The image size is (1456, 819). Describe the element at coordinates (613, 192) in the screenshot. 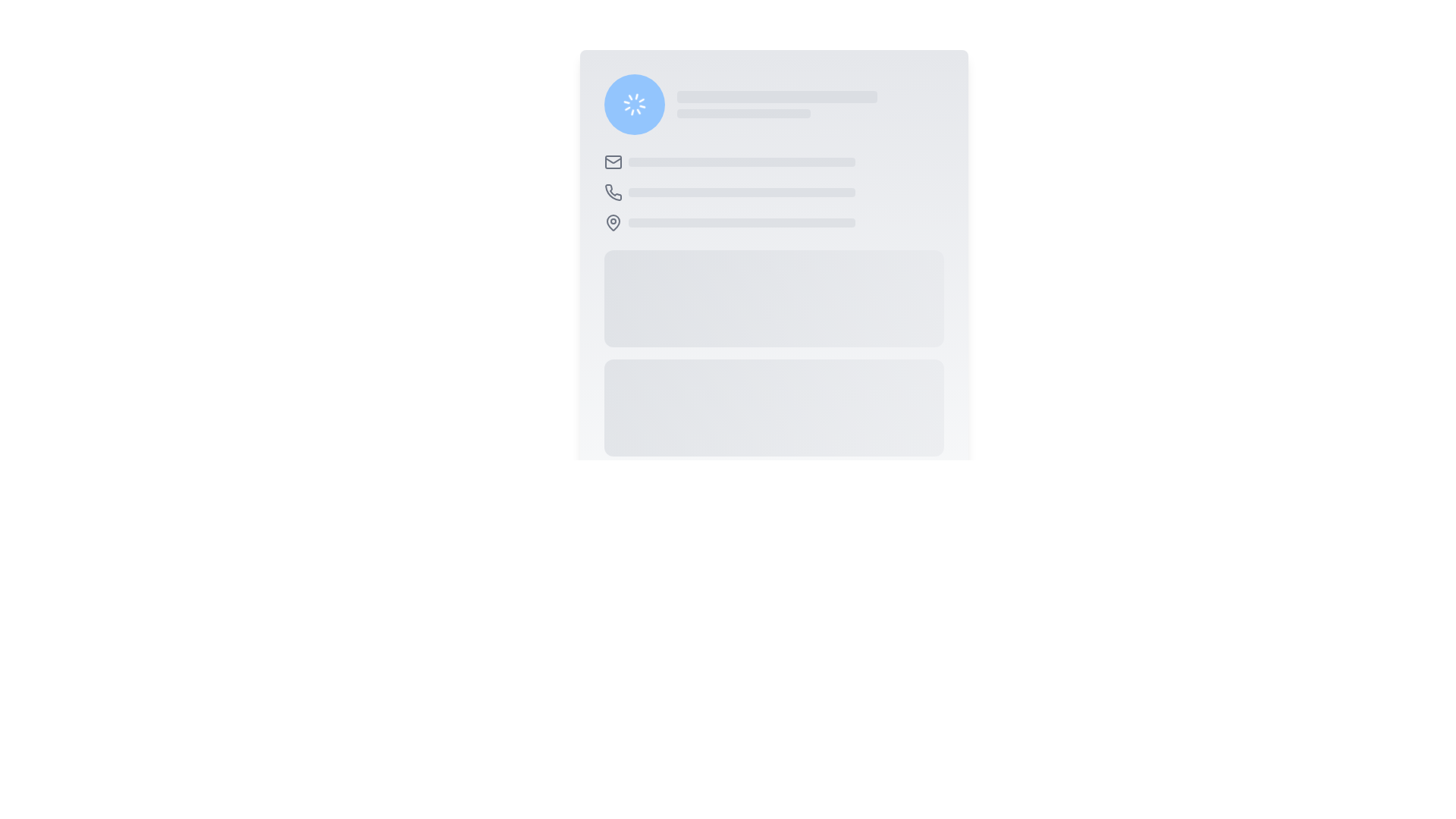

I see `the phone icon located at the top left quadrant of the user interface, which represents calling functionality and precedes a gray pulsating placeholder bar` at that location.